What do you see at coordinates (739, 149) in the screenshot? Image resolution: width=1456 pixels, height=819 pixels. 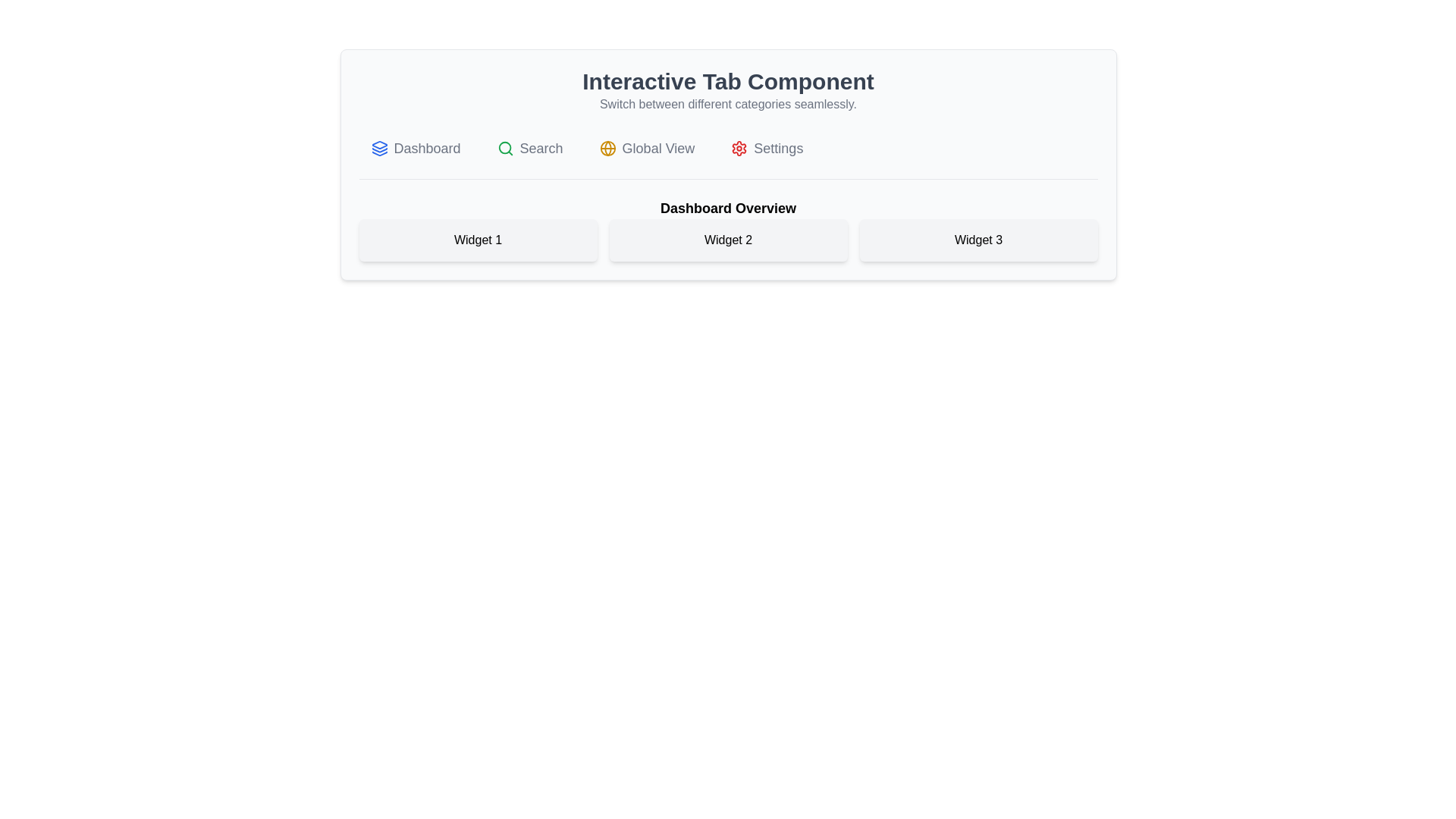 I see `the visual representation of the settings icon located in the navigation menu, which is positioned between the 'Global View' button and the 'Settings' label text` at bounding box center [739, 149].